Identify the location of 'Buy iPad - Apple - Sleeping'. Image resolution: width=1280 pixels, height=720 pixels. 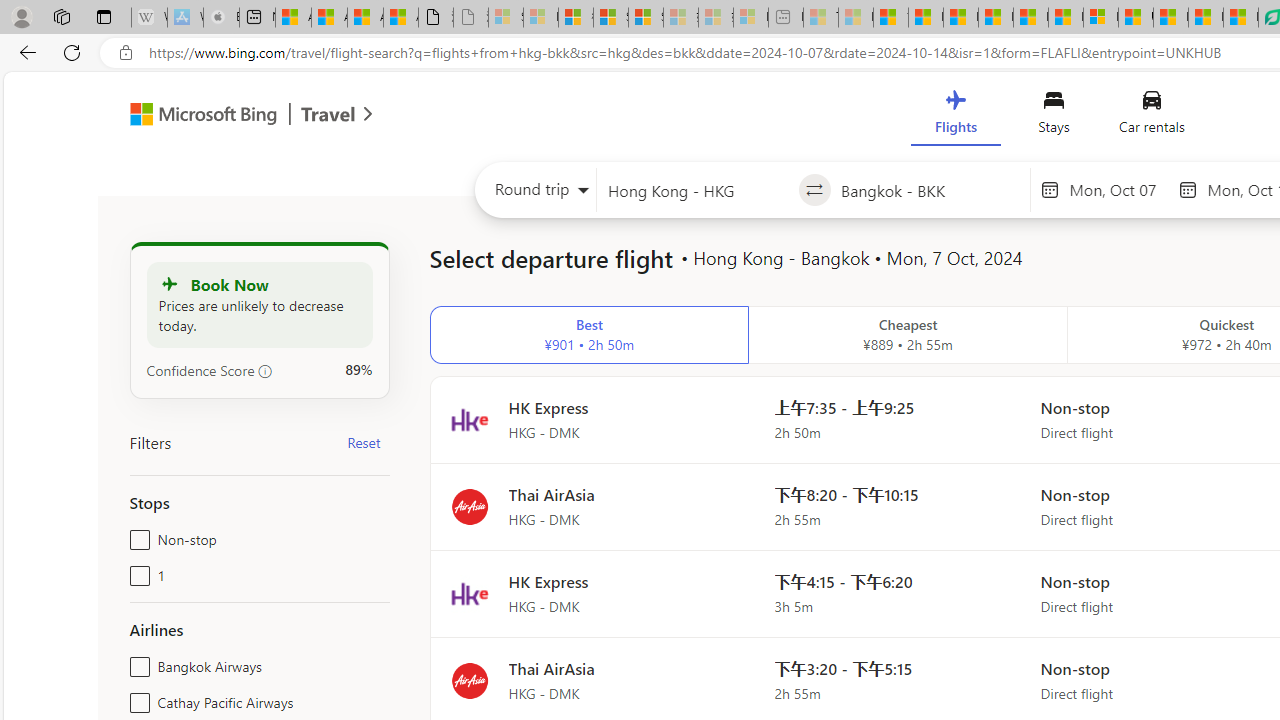
(221, 17).